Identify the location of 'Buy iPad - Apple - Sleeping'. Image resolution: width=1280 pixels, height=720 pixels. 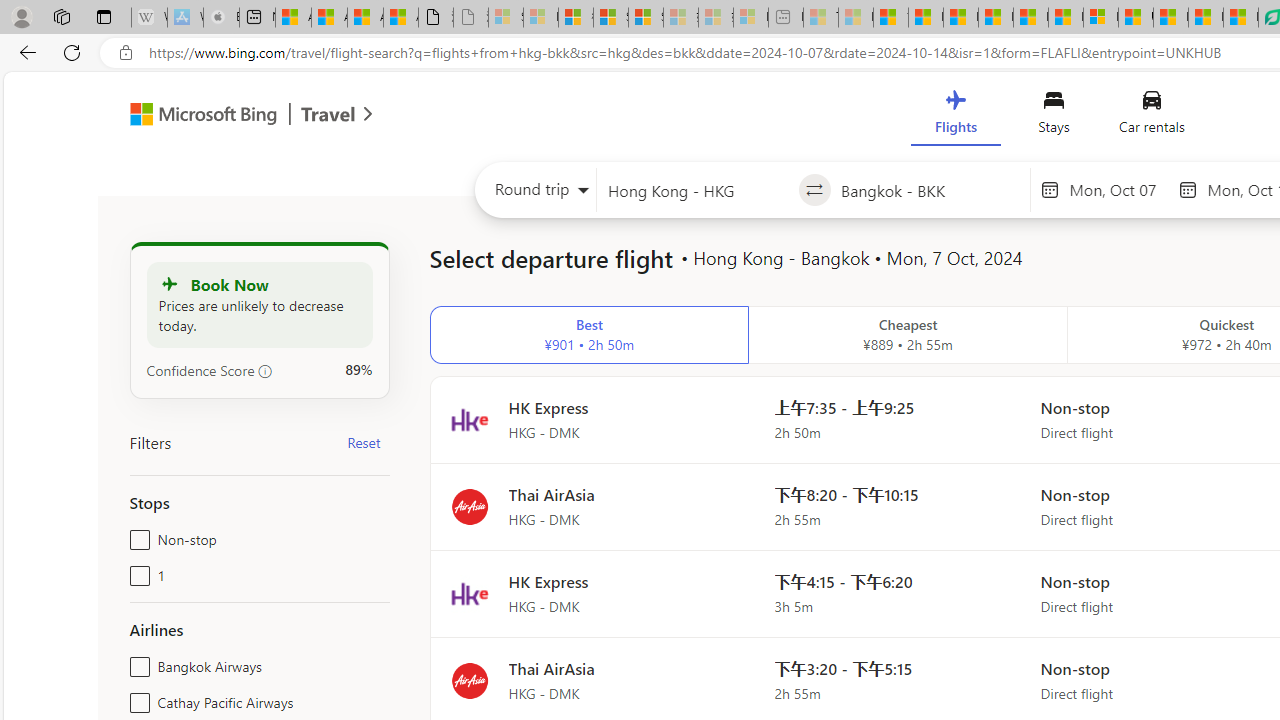
(221, 17).